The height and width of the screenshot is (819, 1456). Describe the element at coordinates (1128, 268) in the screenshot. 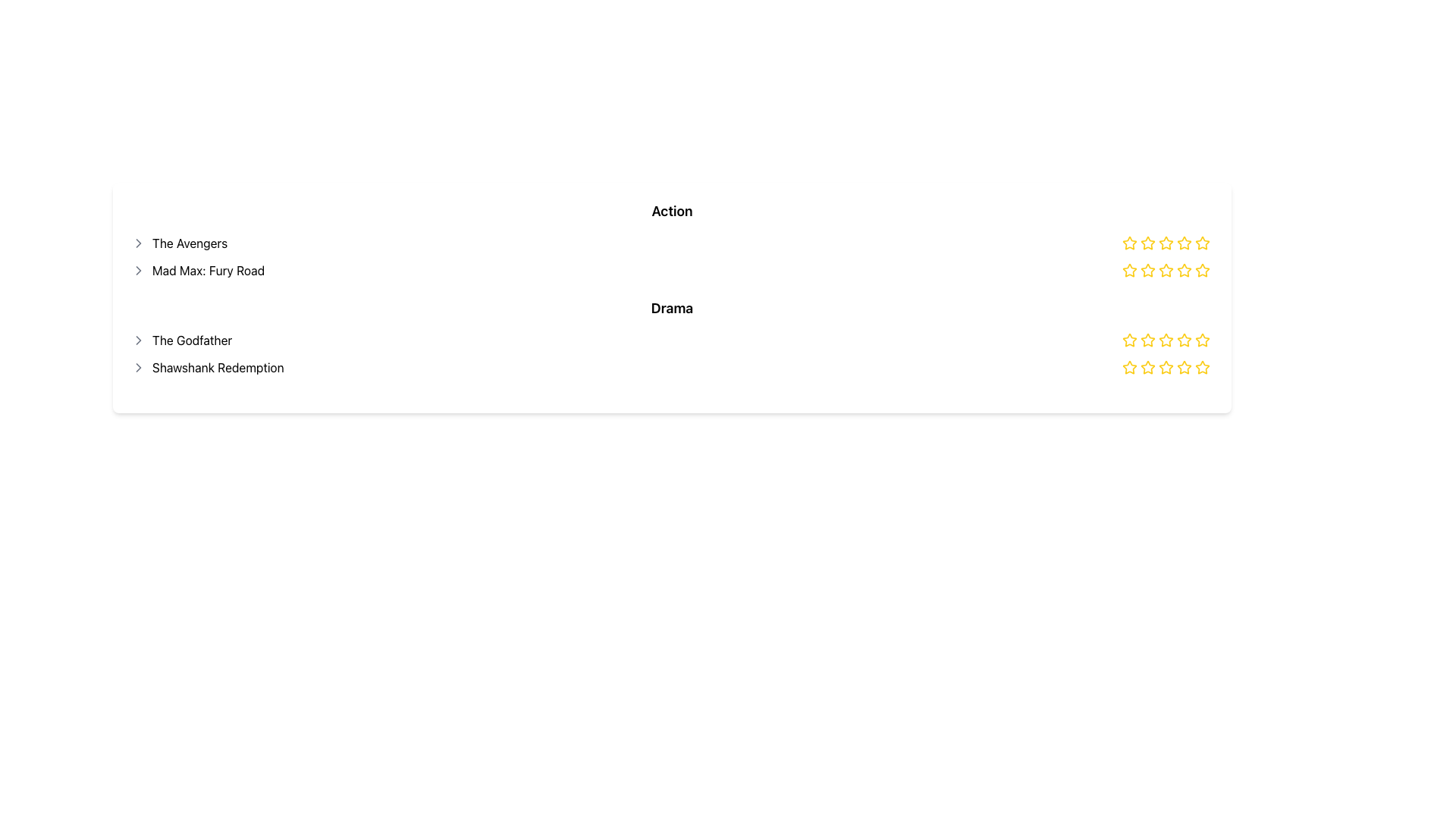

I see `the third star-shaped interactive icon in the second row of the rating component, which is under the 'Action' category for 'Mad Max: Fury Road', to rate it` at that location.